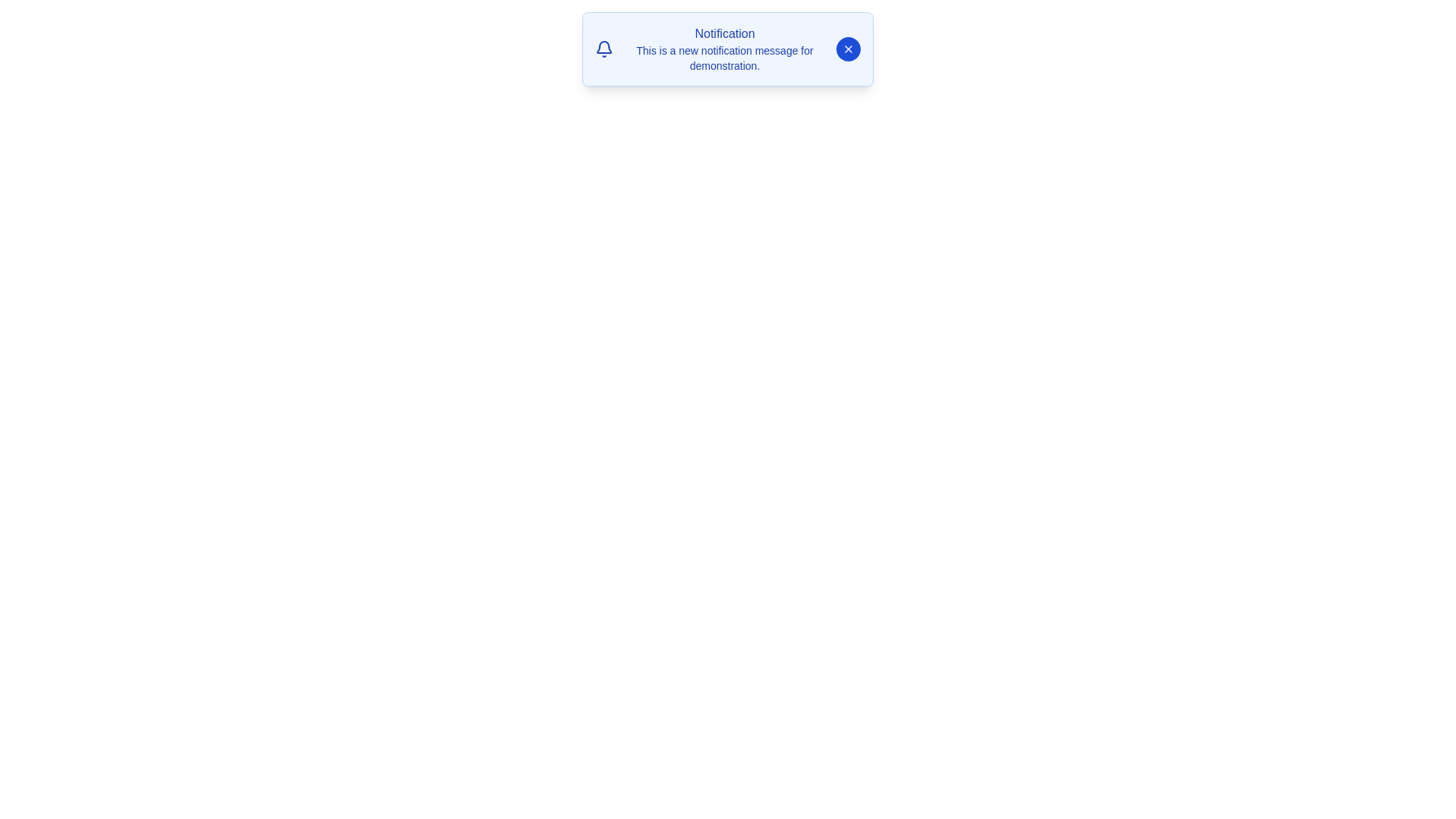  I want to click on the notification card that has a light blue background and displays 'Notification' in bold text, so click(728, 49).